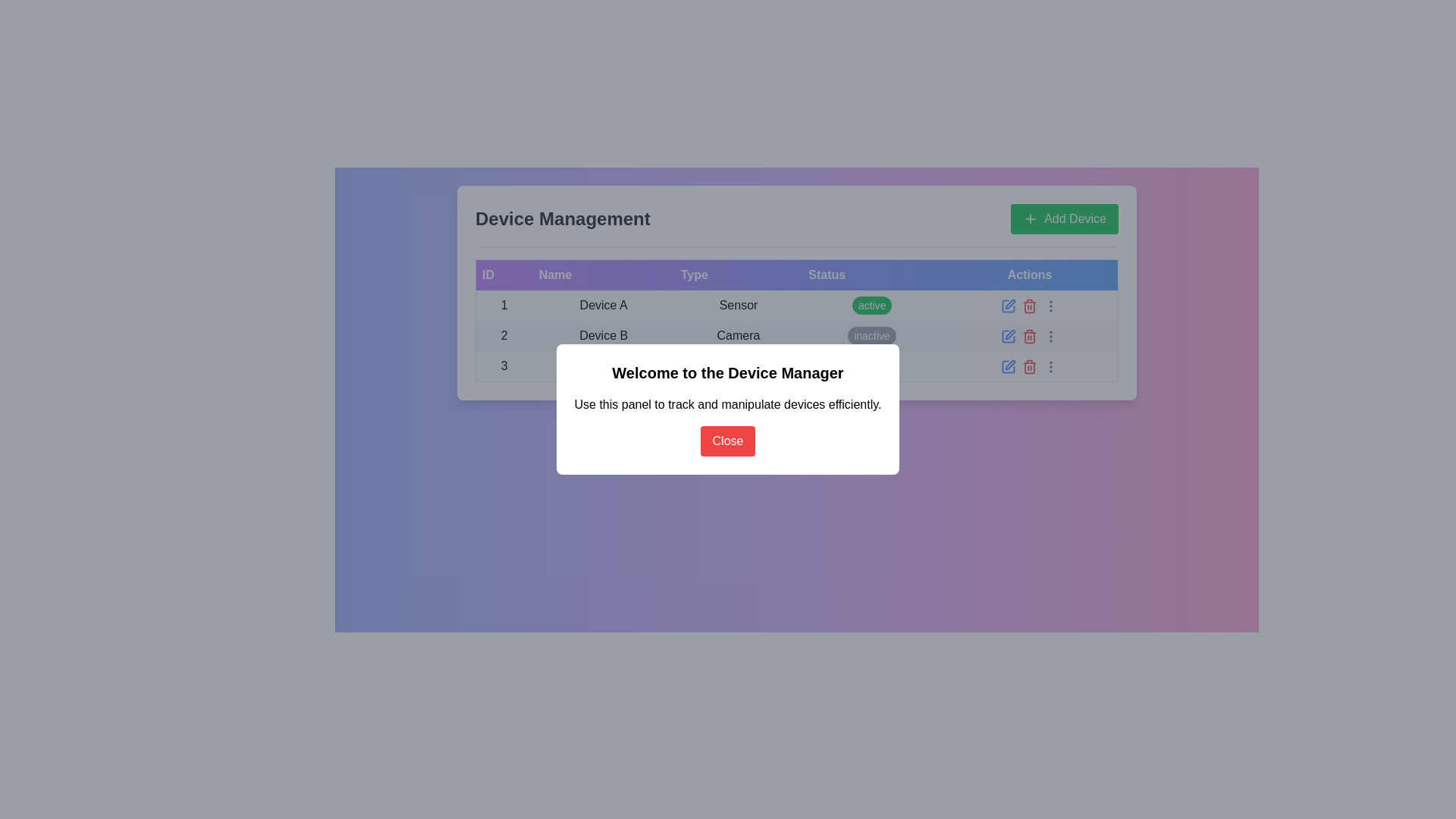 The width and height of the screenshot is (1456, 819). Describe the element at coordinates (504, 305) in the screenshot. I see `the top-left table cell under the 'ID' column, which indicates the unique identifier for 'Device A'` at that location.